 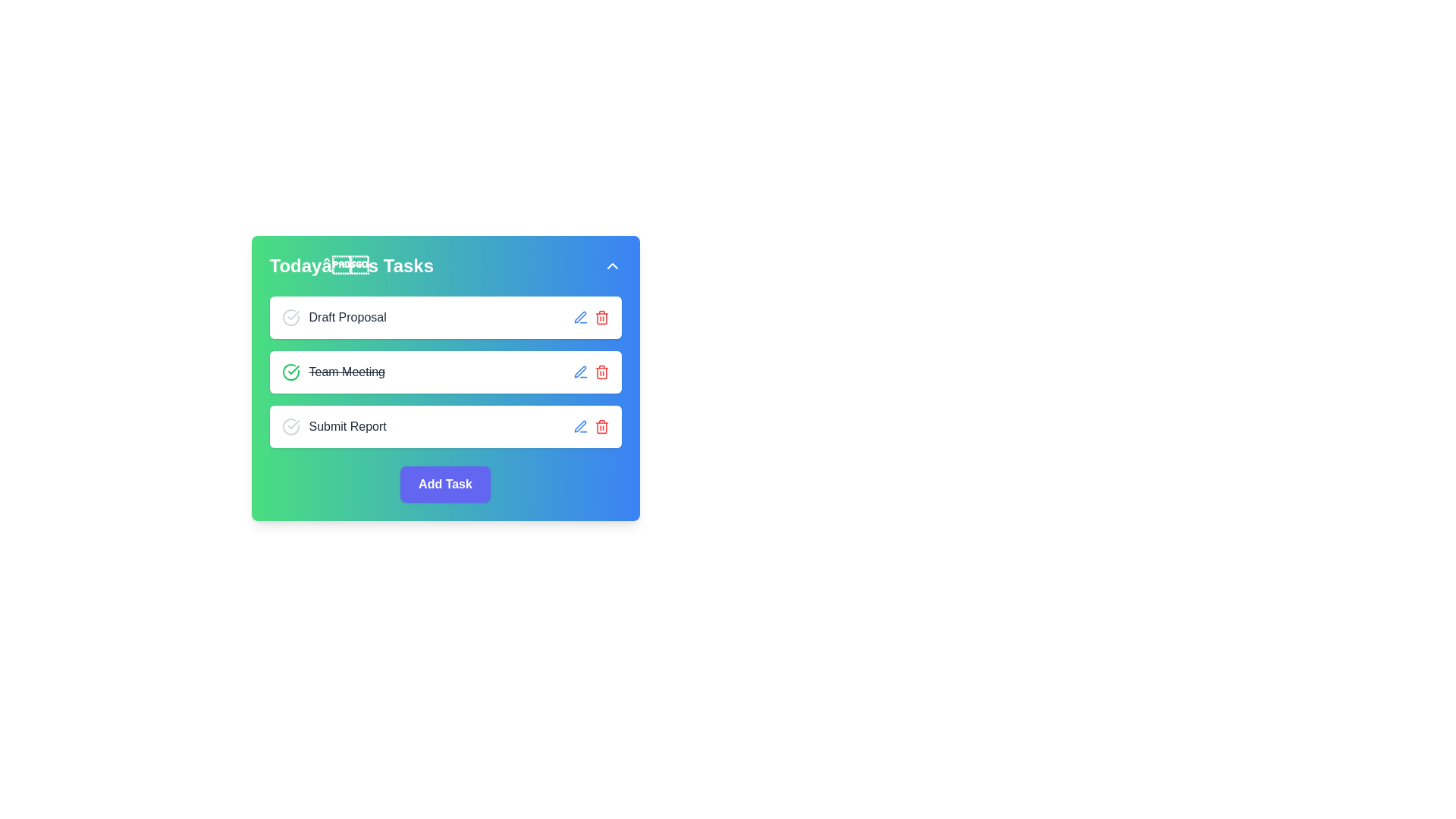 What do you see at coordinates (444, 485) in the screenshot?
I see `the 'Add New Task' button located at the bottom of the 'Today's Tasks' card` at bounding box center [444, 485].